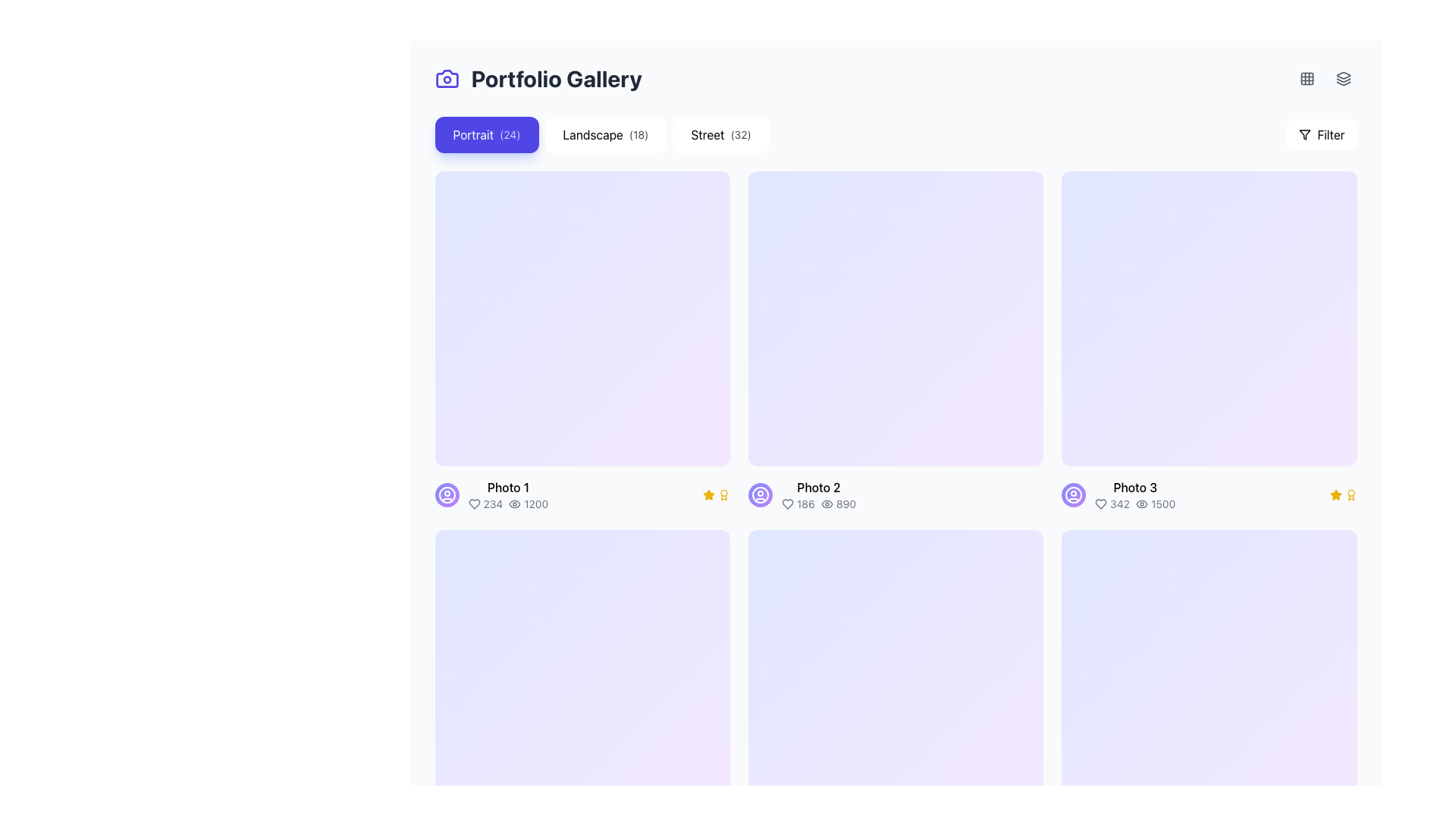  What do you see at coordinates (1208, 318) in the screenshot?
I see `the status signified by the small graphical icon resembling an outline of a book with a bookmark, located in the top portion of the tile labeled 'Photo 3'` at bounding box center [1208, 318].